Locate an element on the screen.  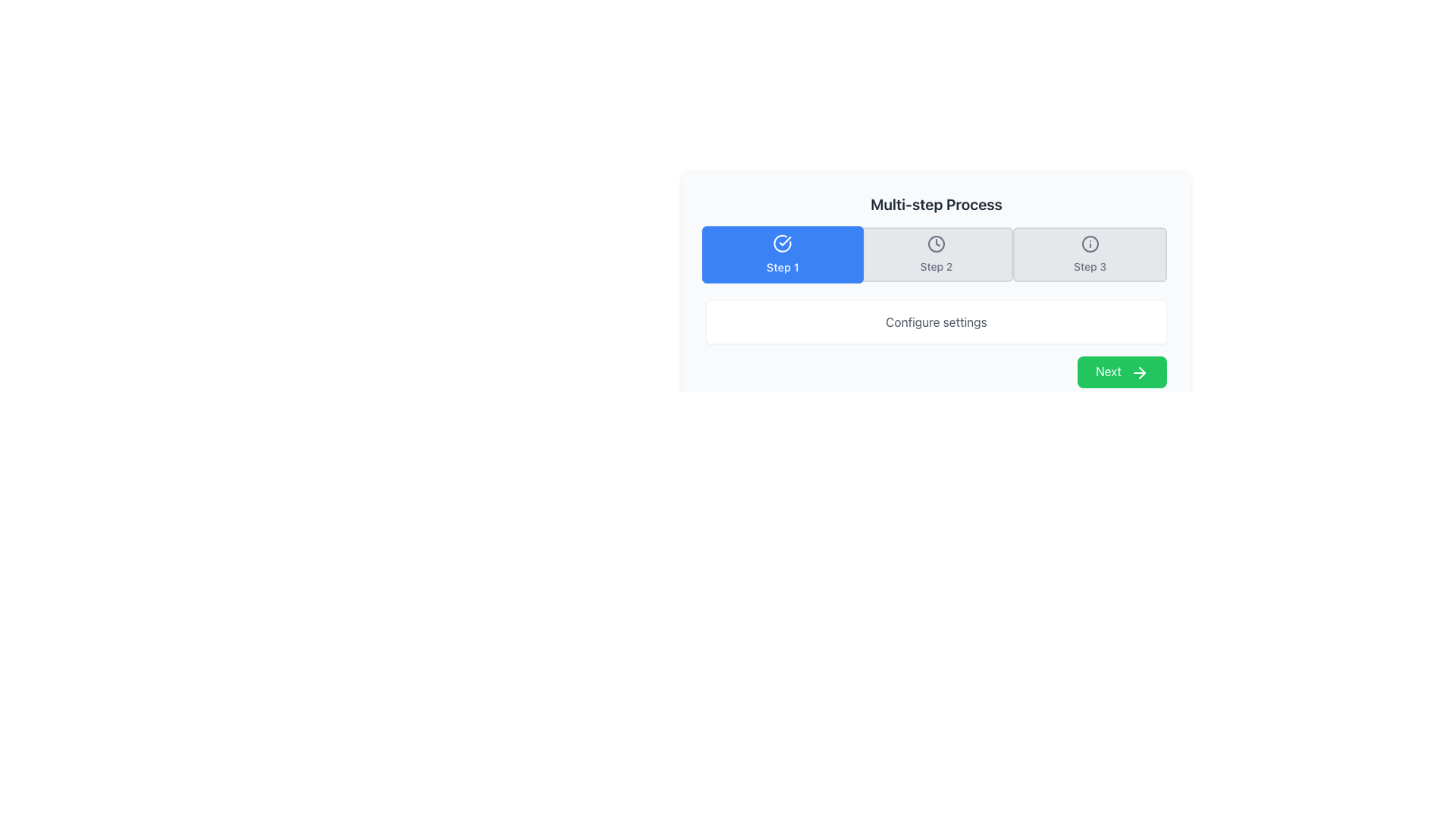
the graphical indicator icon centered inside the 'Step 1' button, located at the top-middle part of the button area is located at coordinates (783, 243).